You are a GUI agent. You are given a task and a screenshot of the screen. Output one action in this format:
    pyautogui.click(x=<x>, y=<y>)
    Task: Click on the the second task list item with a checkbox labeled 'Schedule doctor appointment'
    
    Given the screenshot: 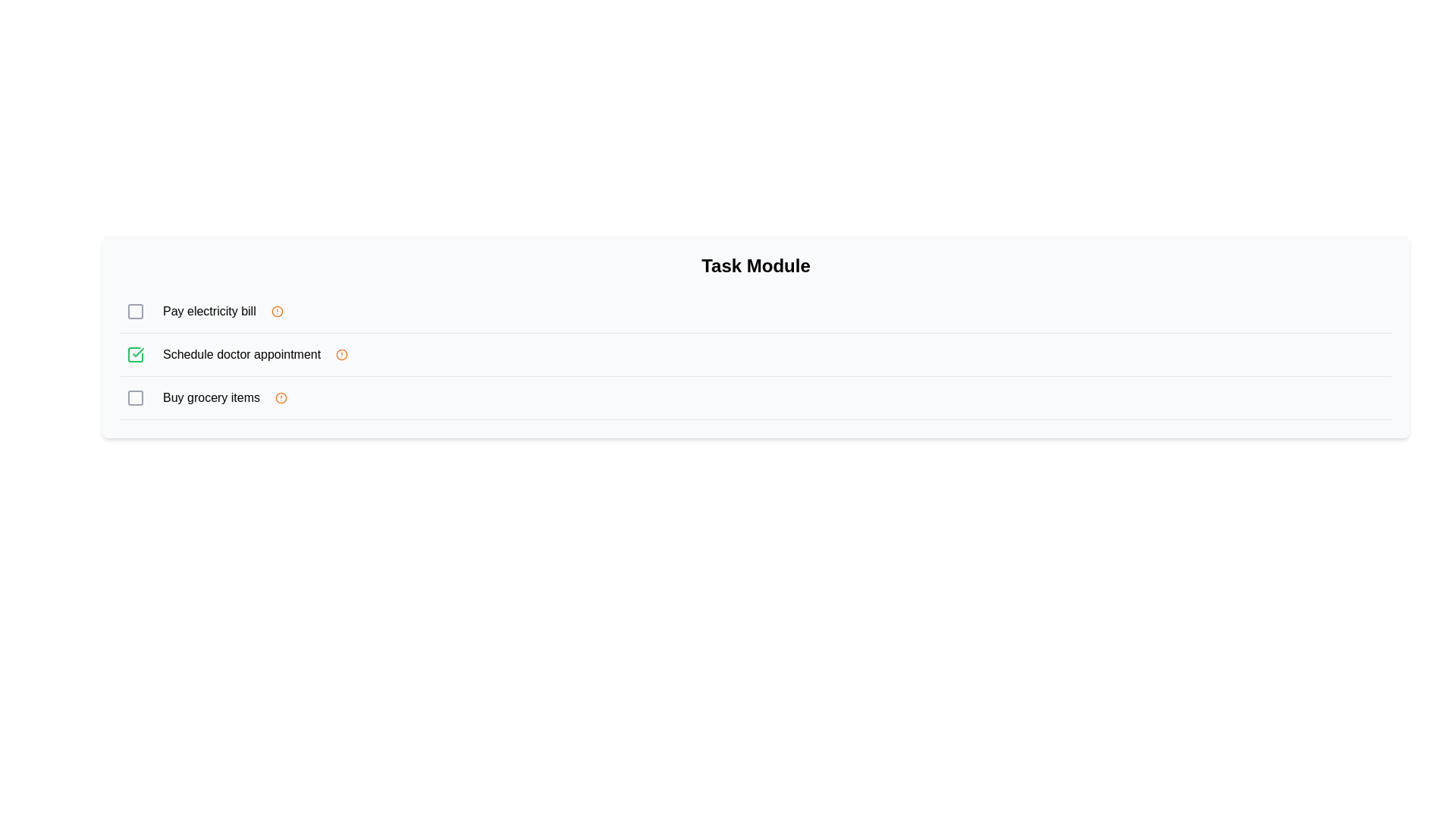 What is the action you would take?
    pyautogui.click(x=756, y=354)
    